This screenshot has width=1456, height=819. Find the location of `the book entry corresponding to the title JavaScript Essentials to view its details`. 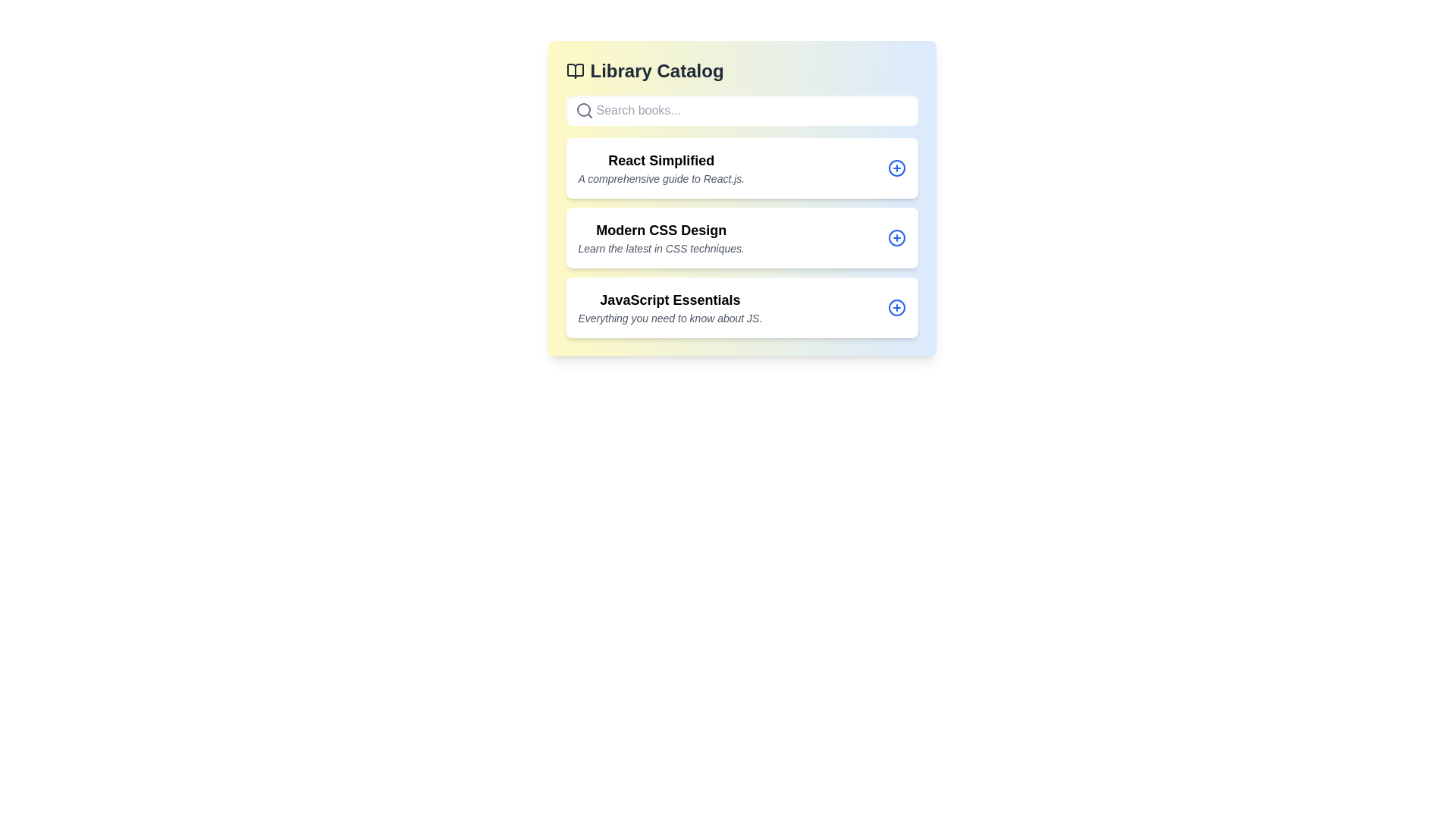

the book entry corresponding to the title JavaScript Essentials to view its details is located at coordinates (742, 307).